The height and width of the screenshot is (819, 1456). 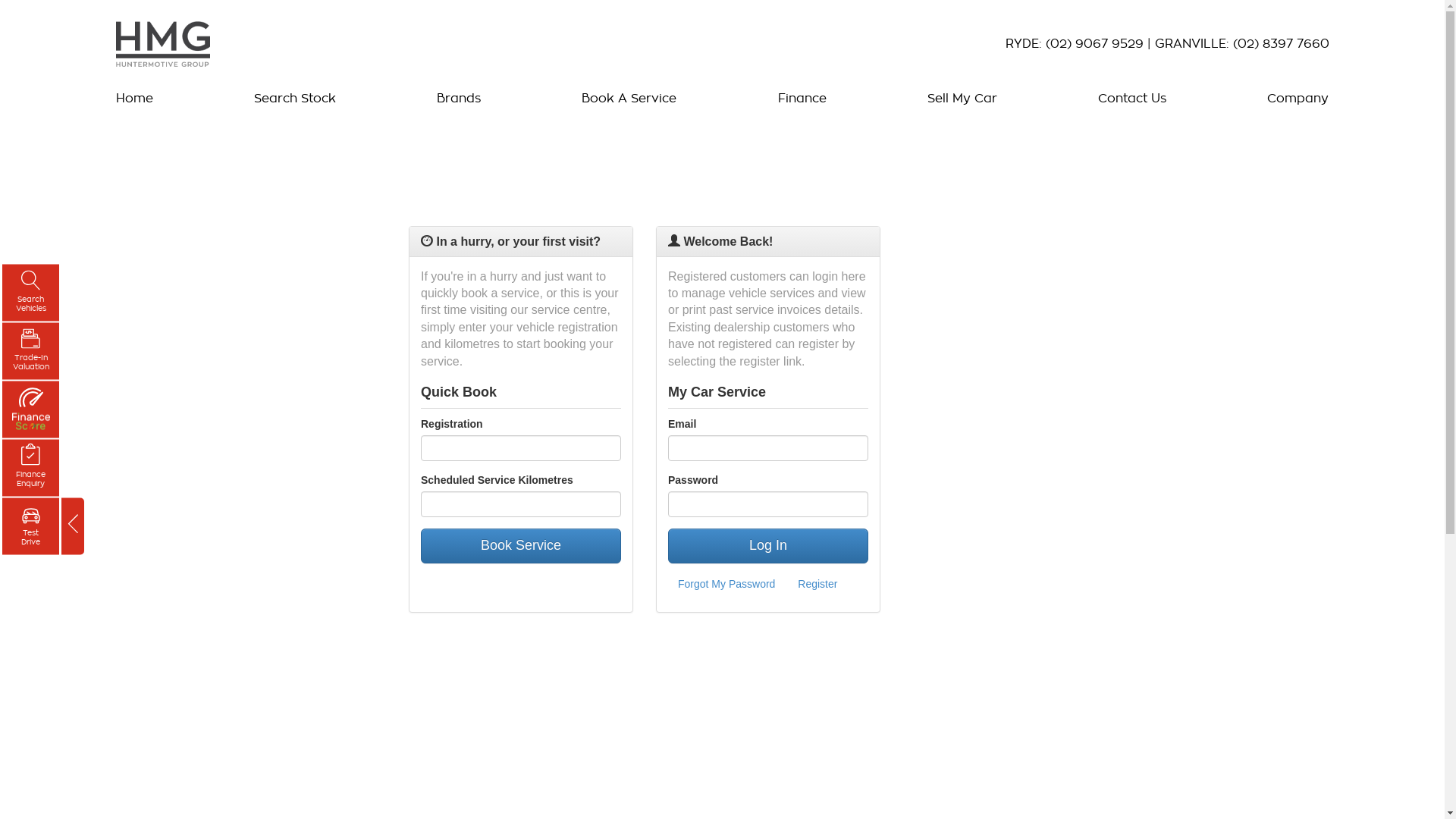 I want to click on 'Brands', so click(x=457, y=99).